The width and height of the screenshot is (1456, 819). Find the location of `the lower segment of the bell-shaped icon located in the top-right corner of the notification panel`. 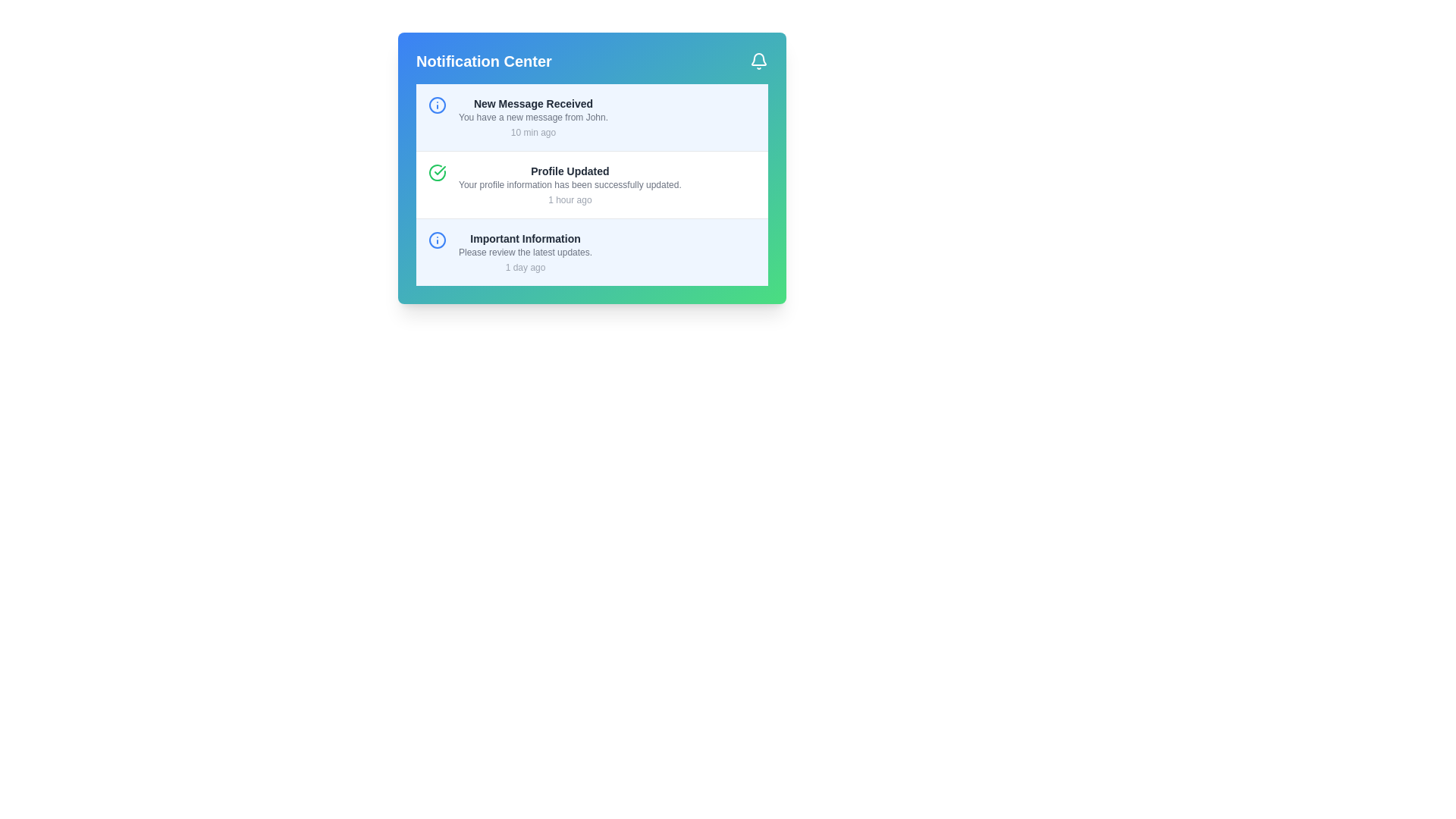

the lower segment of the bell-shaped icon located in the top-right corner of the notification panel is located at coordinates (759, 58).